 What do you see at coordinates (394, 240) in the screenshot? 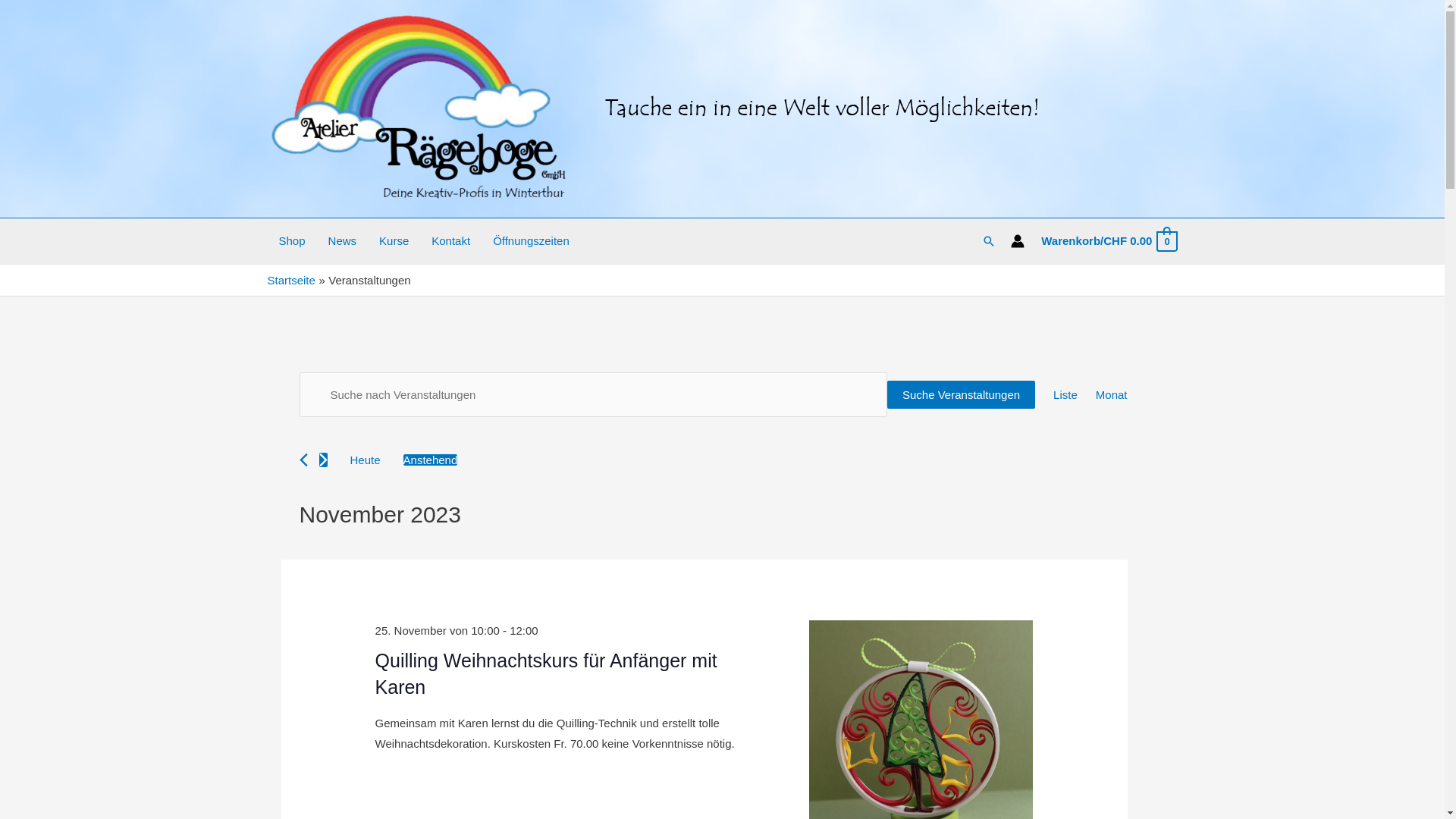
I see `'Kurse'` at bounding box center [394, 240].